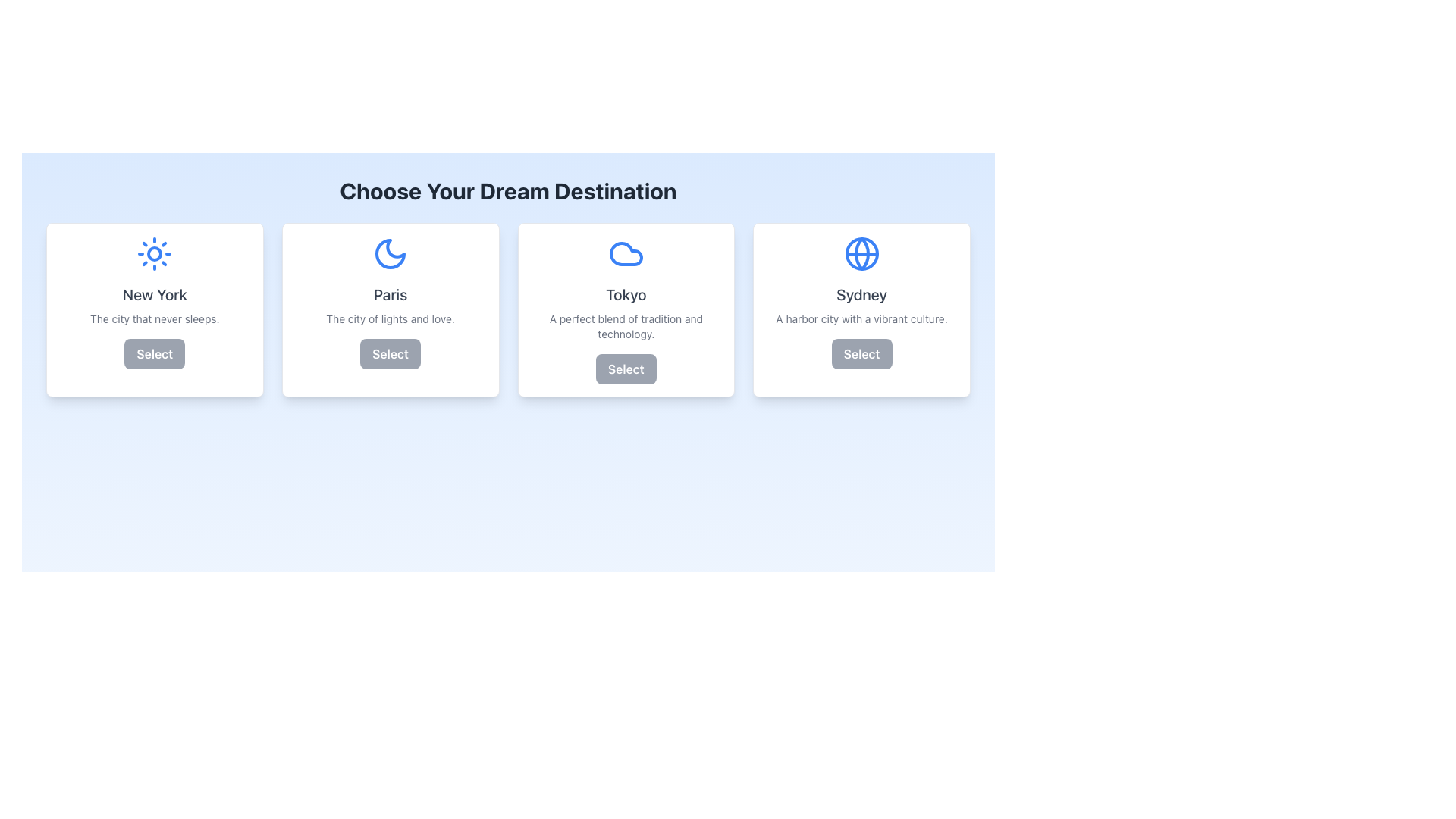 The width and height of the screenshot is (1456, 819). What do you see at coordinates (861, 253) in the screenshot?
I see `the blue globe icon located at the top of the Sydney card, which is the first visual component in a row of city cards` at bounding box center [861, 253].